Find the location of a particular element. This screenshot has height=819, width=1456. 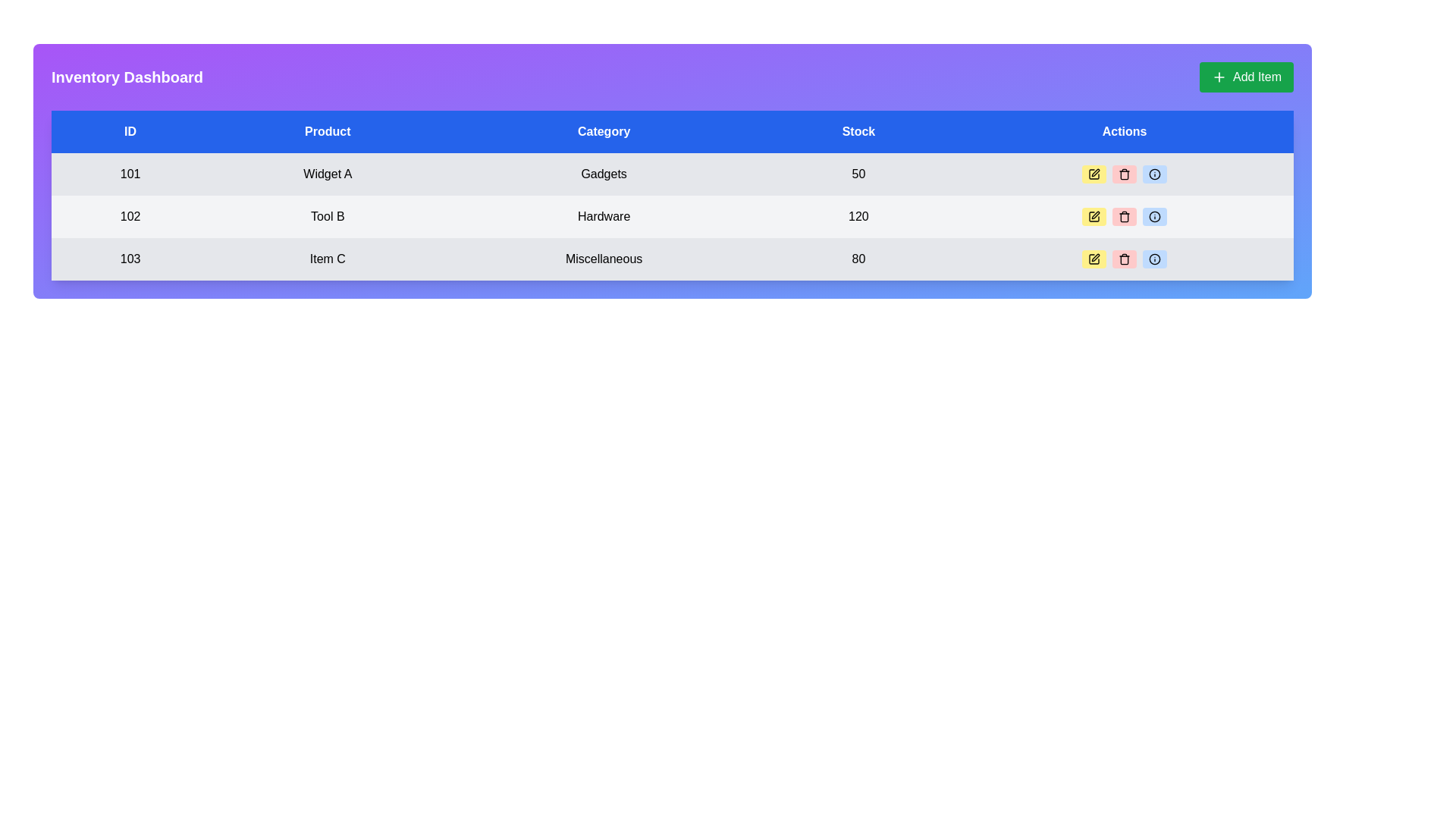

the edit button in the 'Actions' column for the third row associated with 'Item C' is located at coordinates (1094, 259).